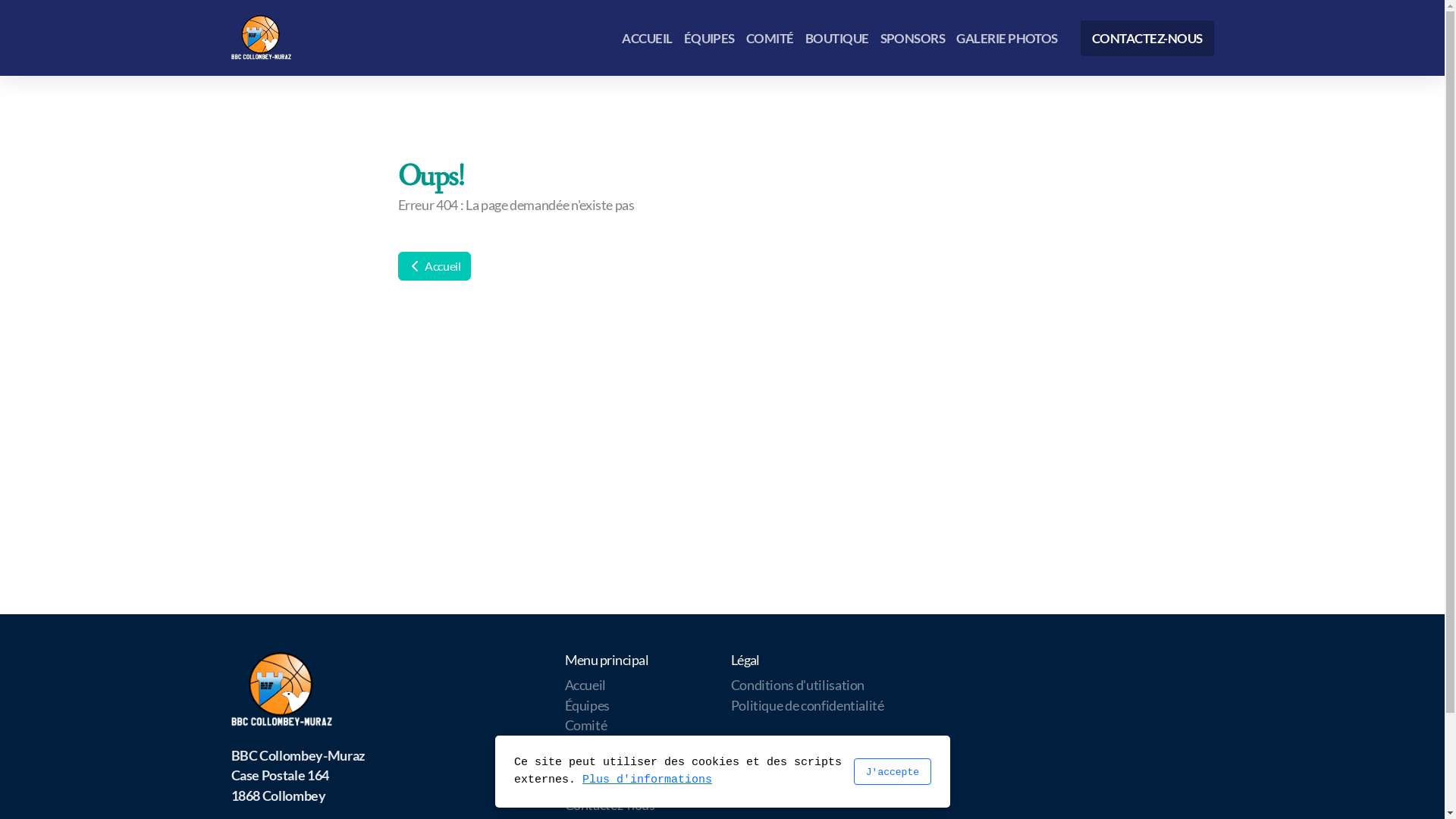  I want to click on 'Accueil', so click(432, 265).